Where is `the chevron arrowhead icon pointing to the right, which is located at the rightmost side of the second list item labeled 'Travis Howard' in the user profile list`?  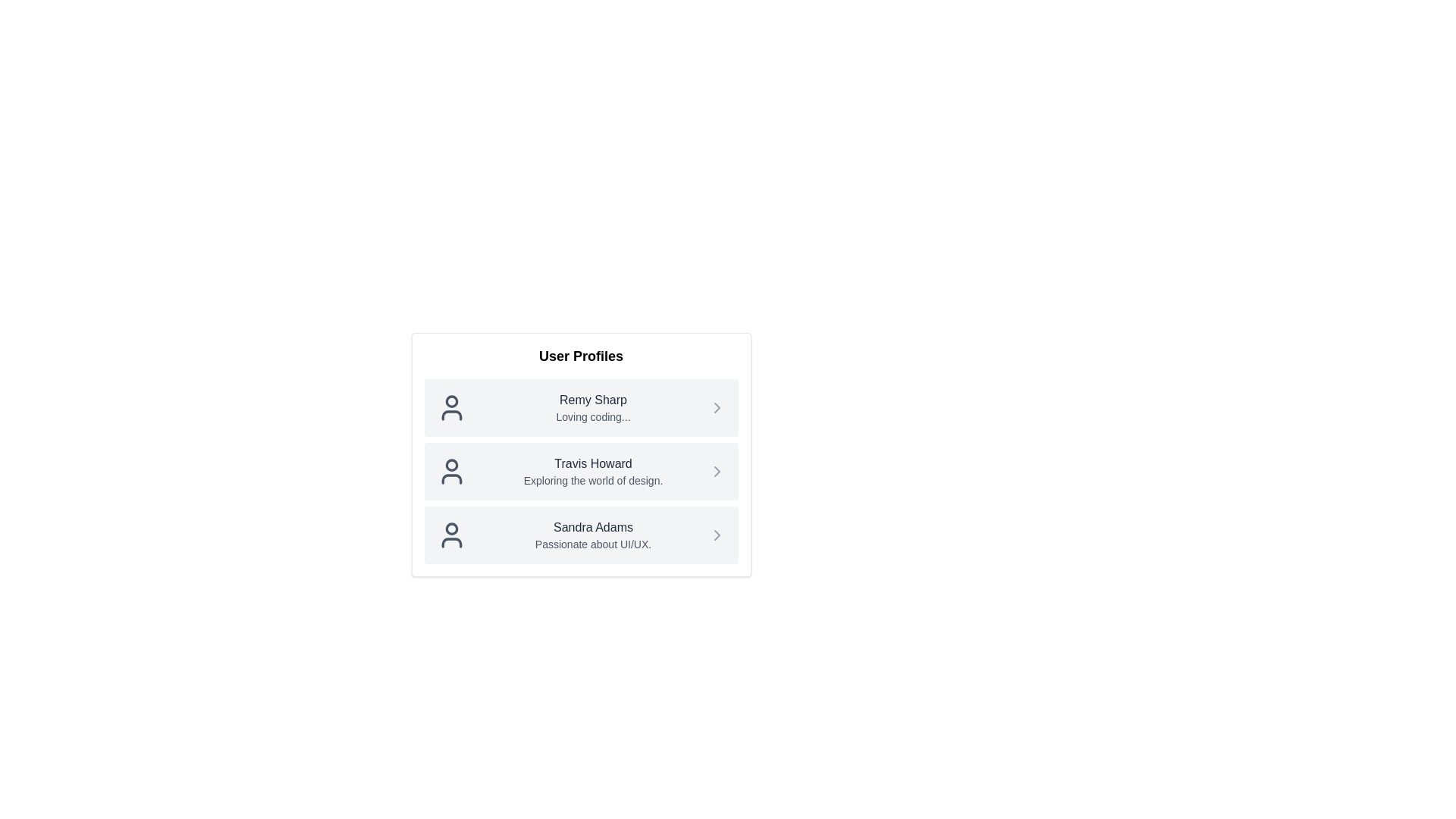
the chevron arrowhead icon pointing to the right, which is located at the rightmost side of the second list item labeled 'Travis Howard' in the user profile list is located at coordinates (716, 470).